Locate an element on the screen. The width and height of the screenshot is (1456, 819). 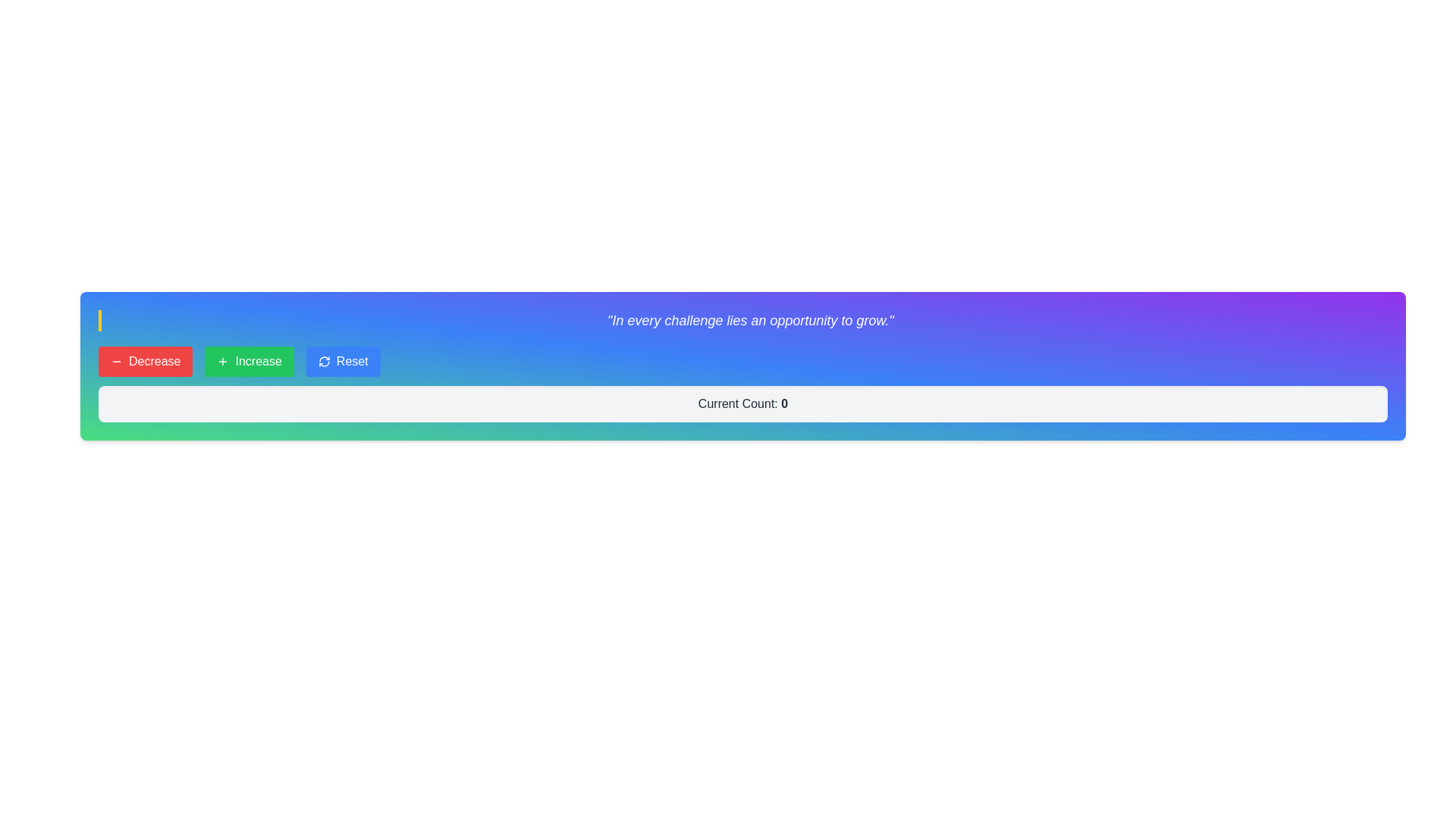
the 'Decrease' button which contains the Minus icon representing a decrease action, located in the top bar of the interface is located at coordinates (115, 362).